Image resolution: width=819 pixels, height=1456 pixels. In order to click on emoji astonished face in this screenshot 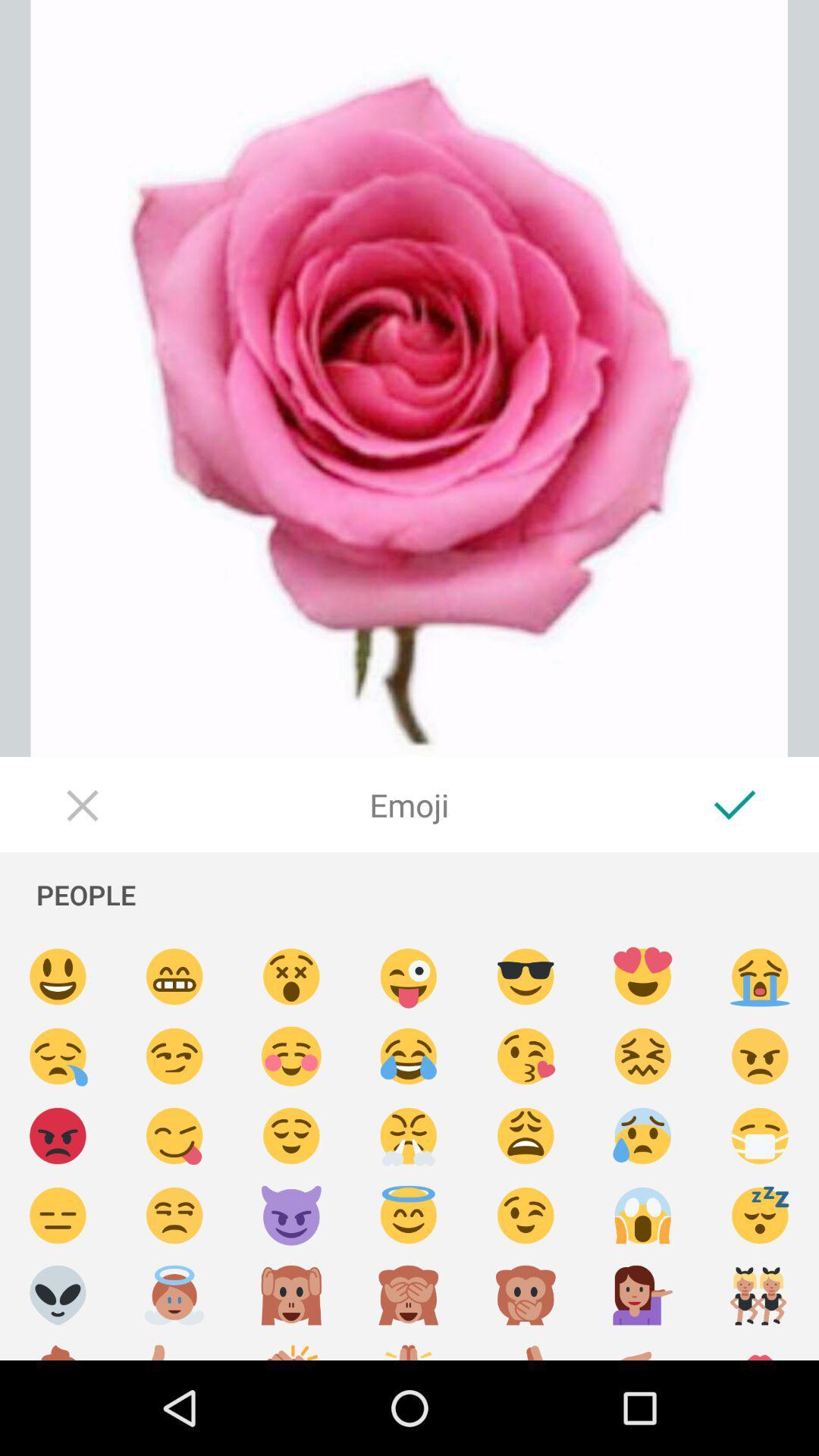, I will do `click(291, 977)`.